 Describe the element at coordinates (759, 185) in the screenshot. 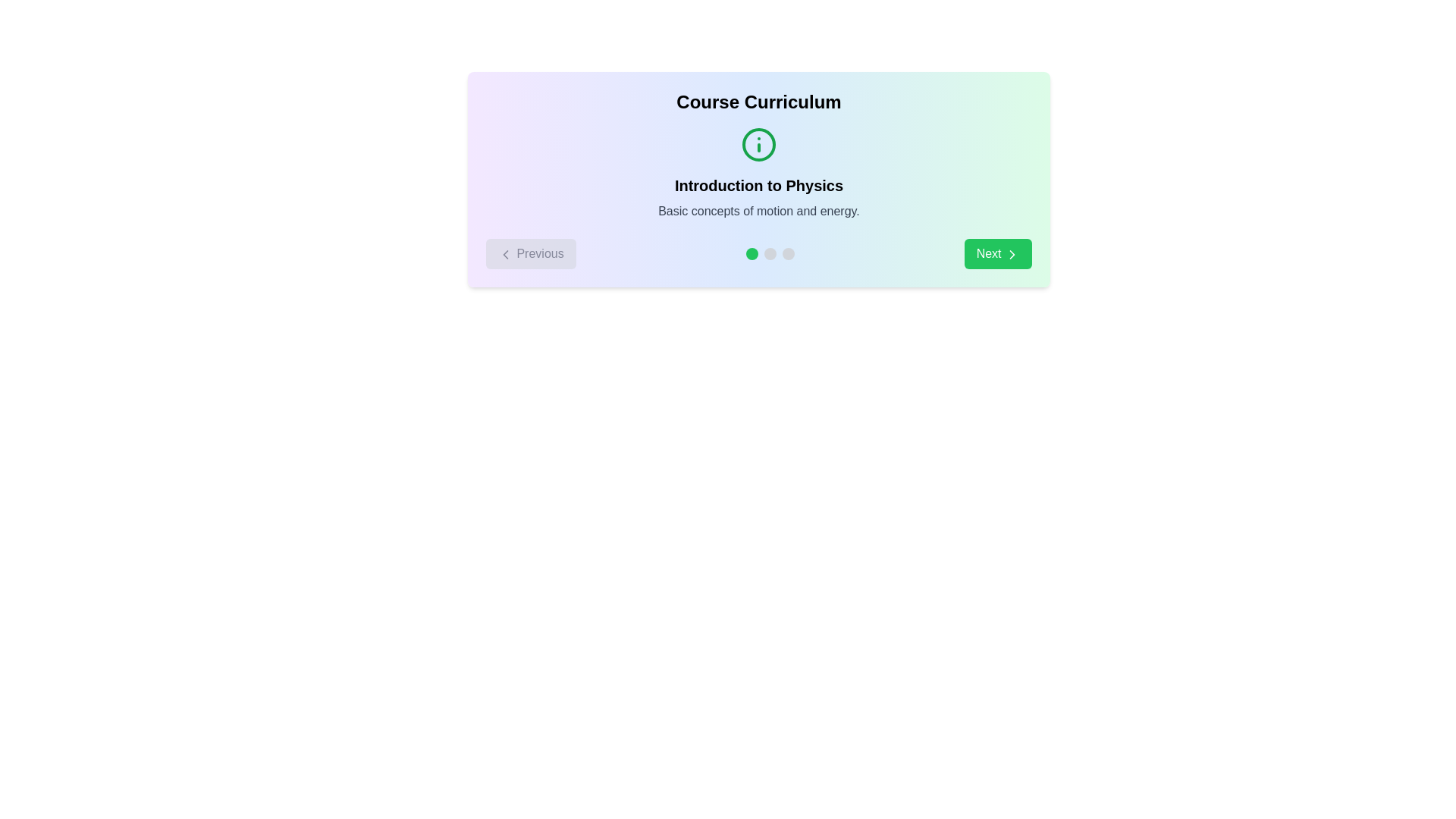

I see `the text label serving as the title for the section within the course curriculum overview` at that location.